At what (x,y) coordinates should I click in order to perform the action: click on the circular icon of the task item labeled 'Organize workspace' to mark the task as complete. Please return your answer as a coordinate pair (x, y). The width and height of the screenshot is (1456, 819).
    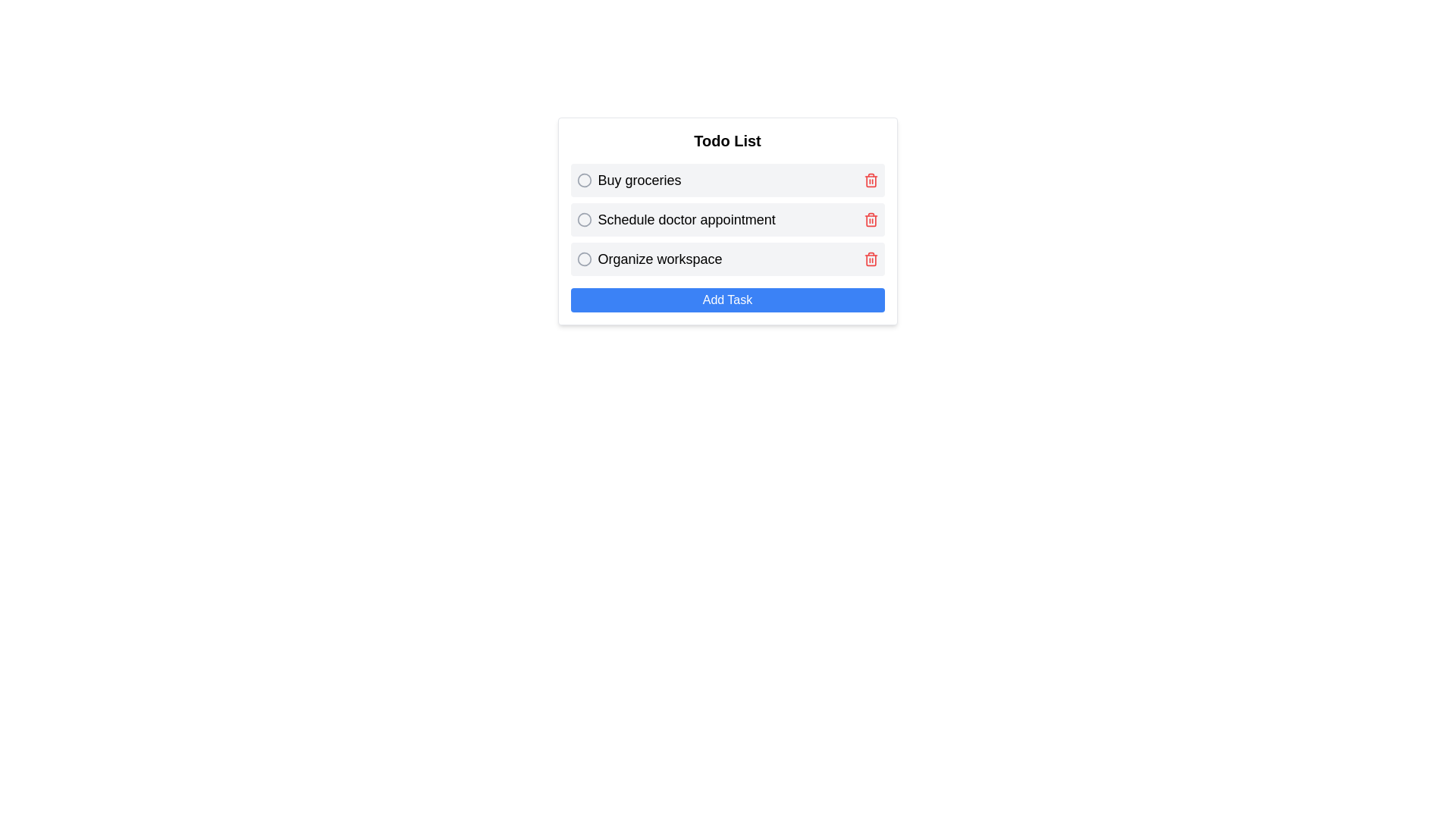
    Looking at the image, I should click on (649, 259).